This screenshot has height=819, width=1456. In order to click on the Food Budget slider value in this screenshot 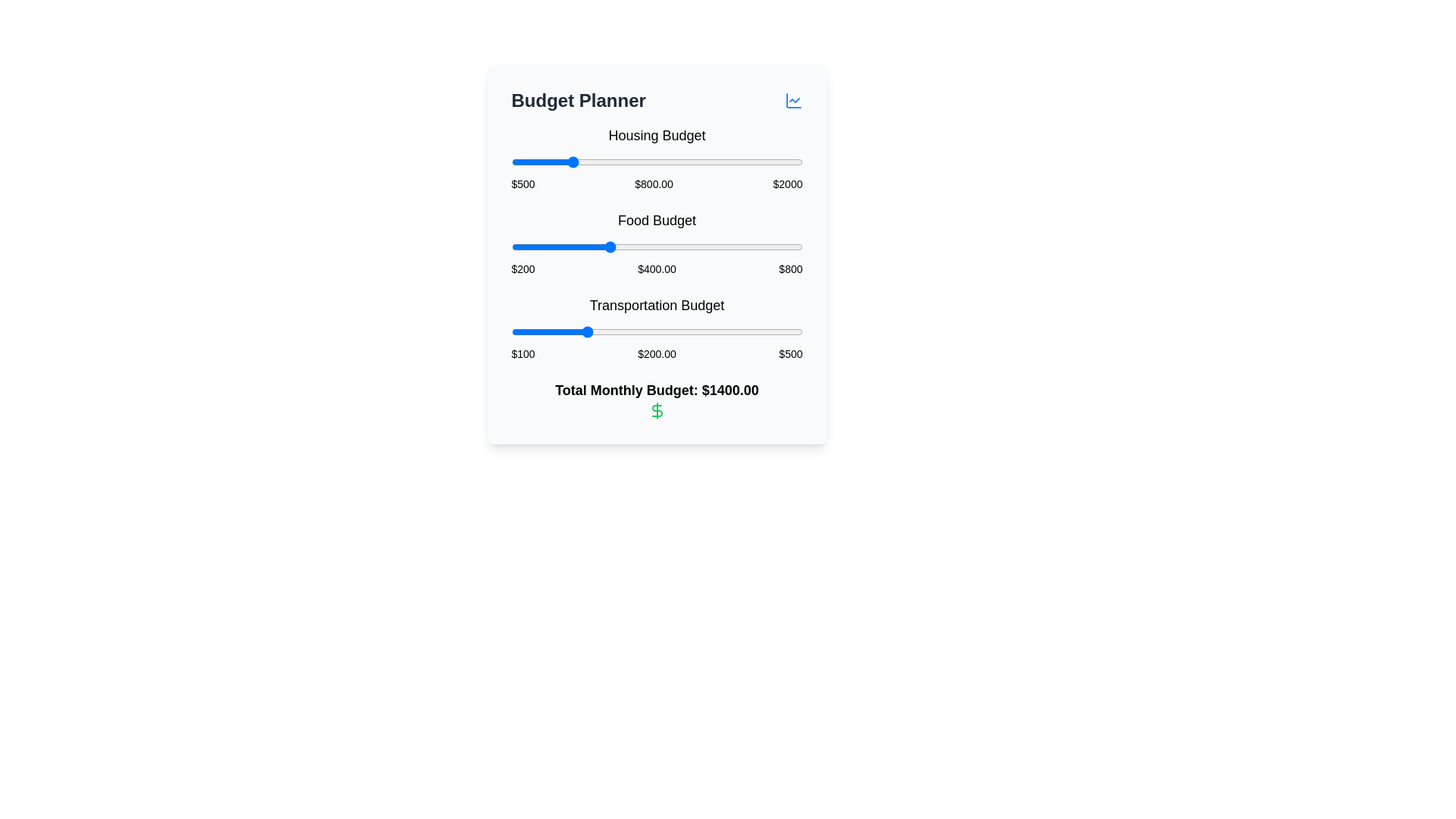, I will do `click(514, 246)`.